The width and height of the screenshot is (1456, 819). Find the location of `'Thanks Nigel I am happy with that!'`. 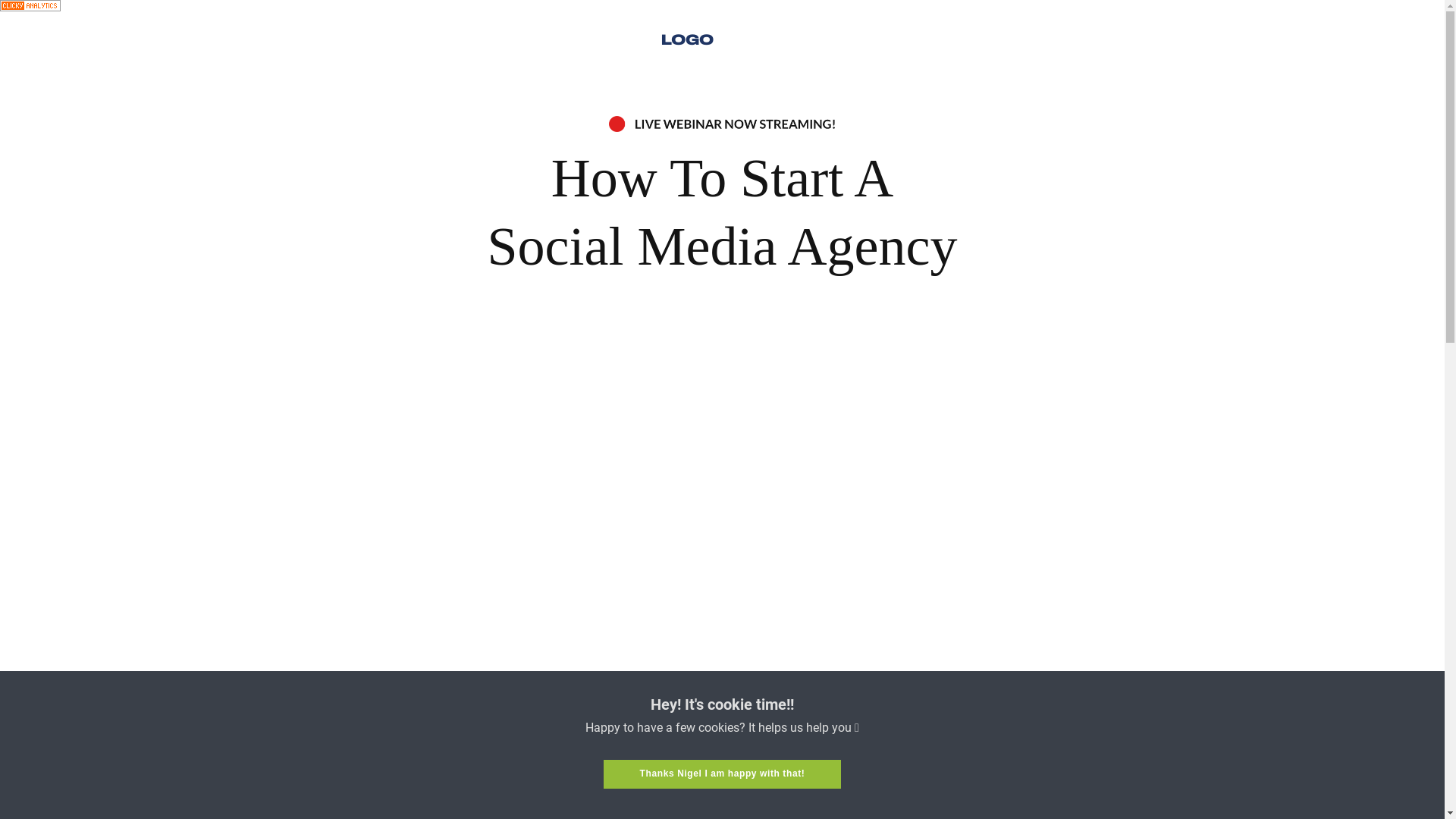

'Thanks Nigel I am happy with that!' is located at coordinates (722, 774).